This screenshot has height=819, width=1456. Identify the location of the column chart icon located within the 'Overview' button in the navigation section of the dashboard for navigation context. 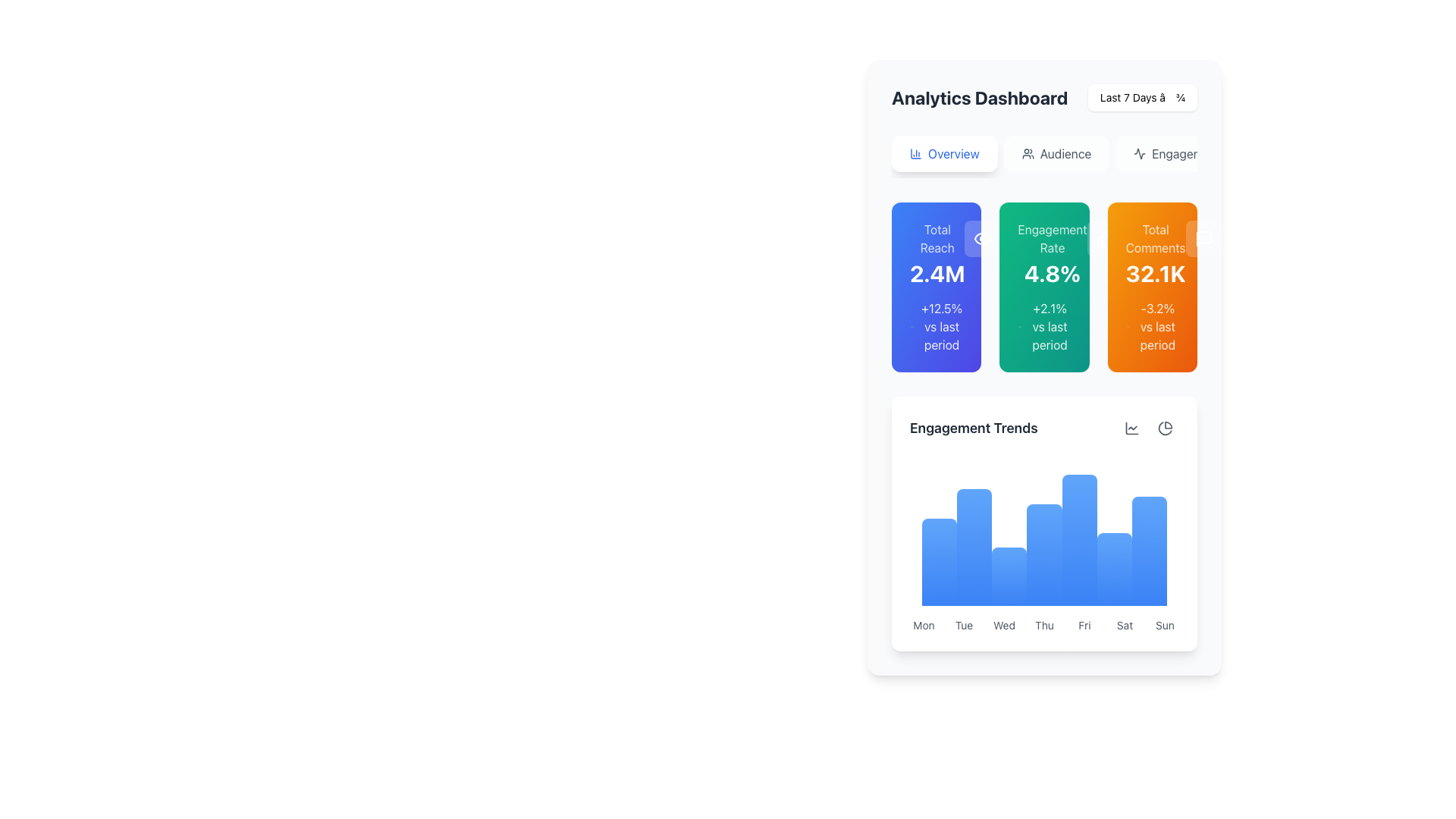
(915, 154).